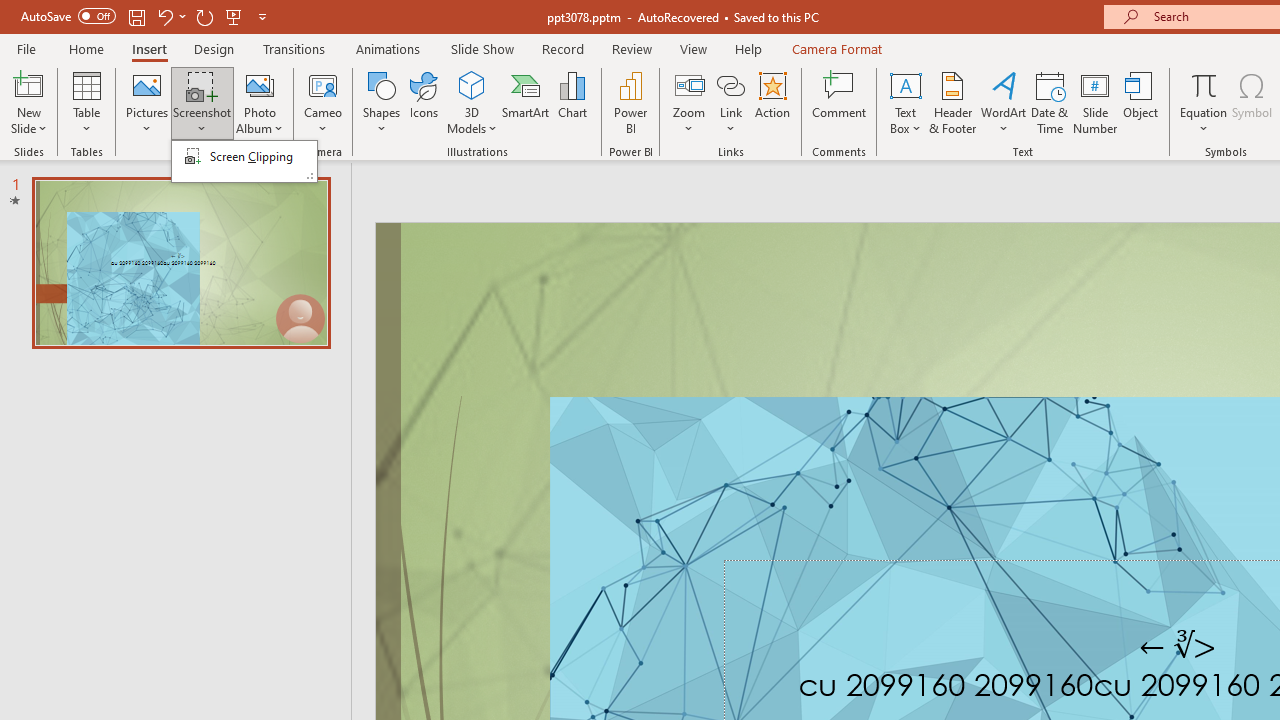 This screenshot has height=720, width=1280. What do you see at coordinates (839, 103) in the screenshot?
I see `'Comment'` at bounding box center [839, 103].